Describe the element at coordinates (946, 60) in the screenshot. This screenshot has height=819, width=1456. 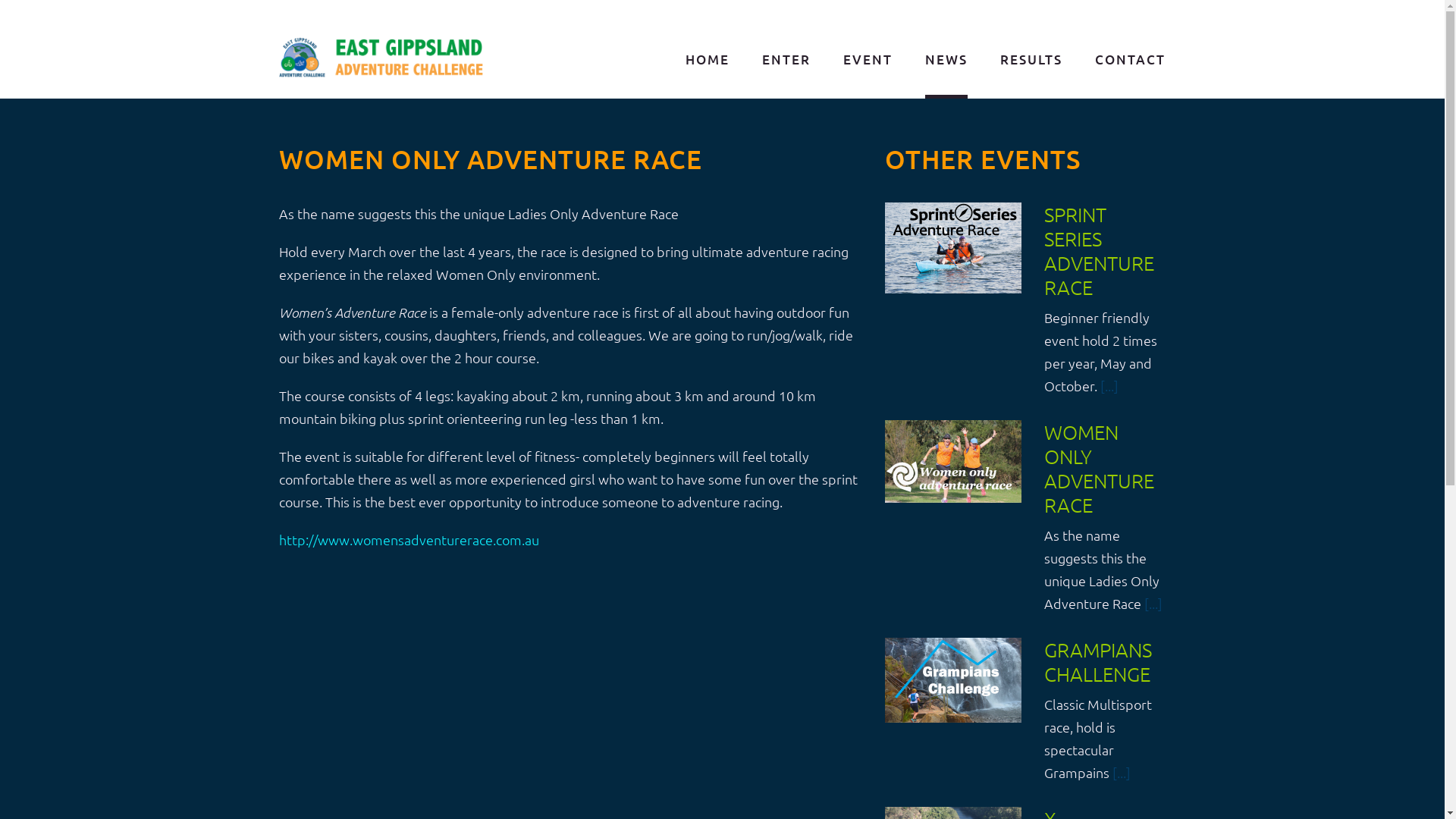
I see `'NEWS'` at that location.